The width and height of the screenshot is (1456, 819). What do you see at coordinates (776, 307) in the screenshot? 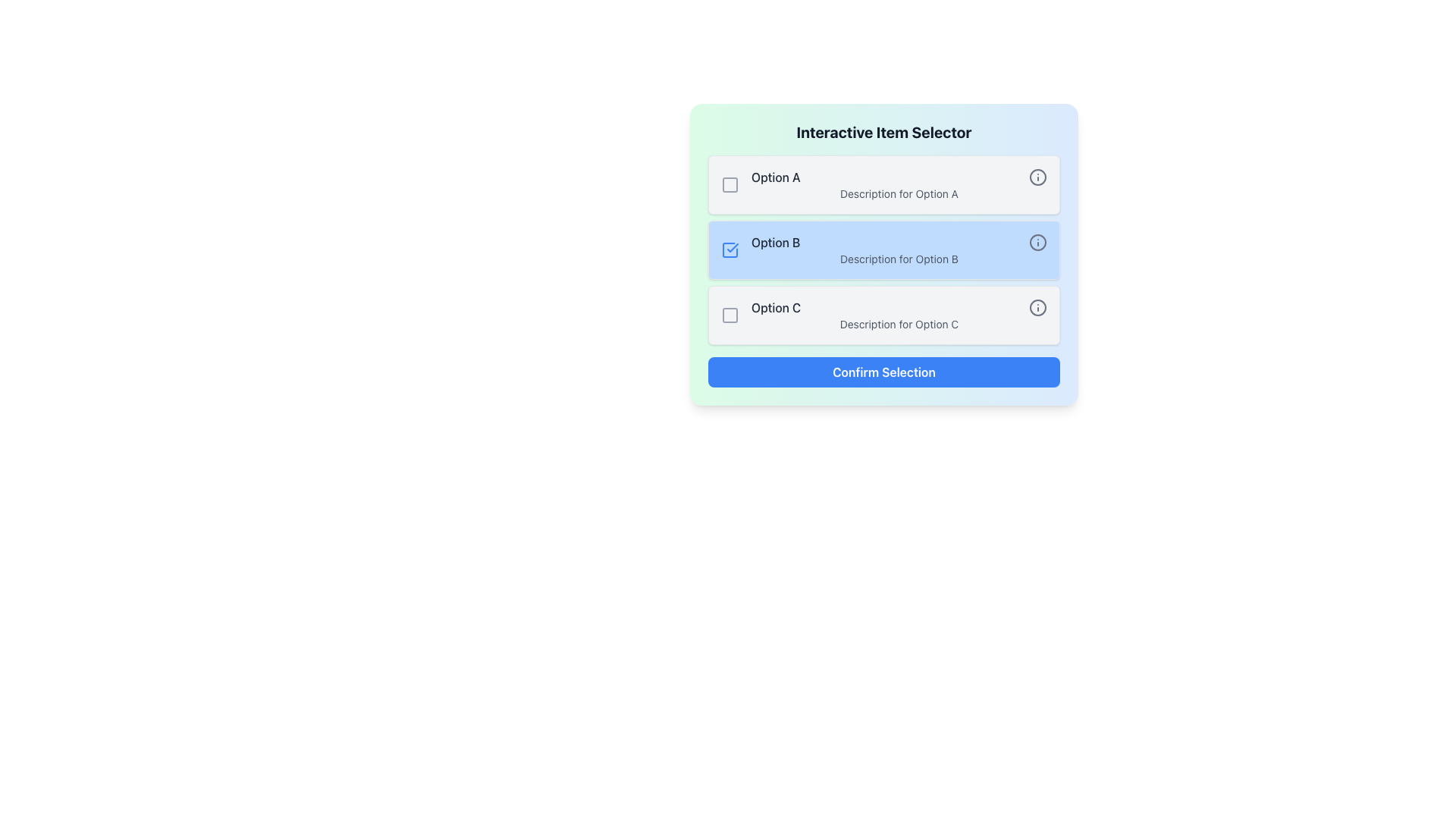
I see `the Text Label that identifies 'Option C' in the third row of the 'Interactive Item Selector' card, which serves as context for its associated checkbox` at bounding box center [776, 307].